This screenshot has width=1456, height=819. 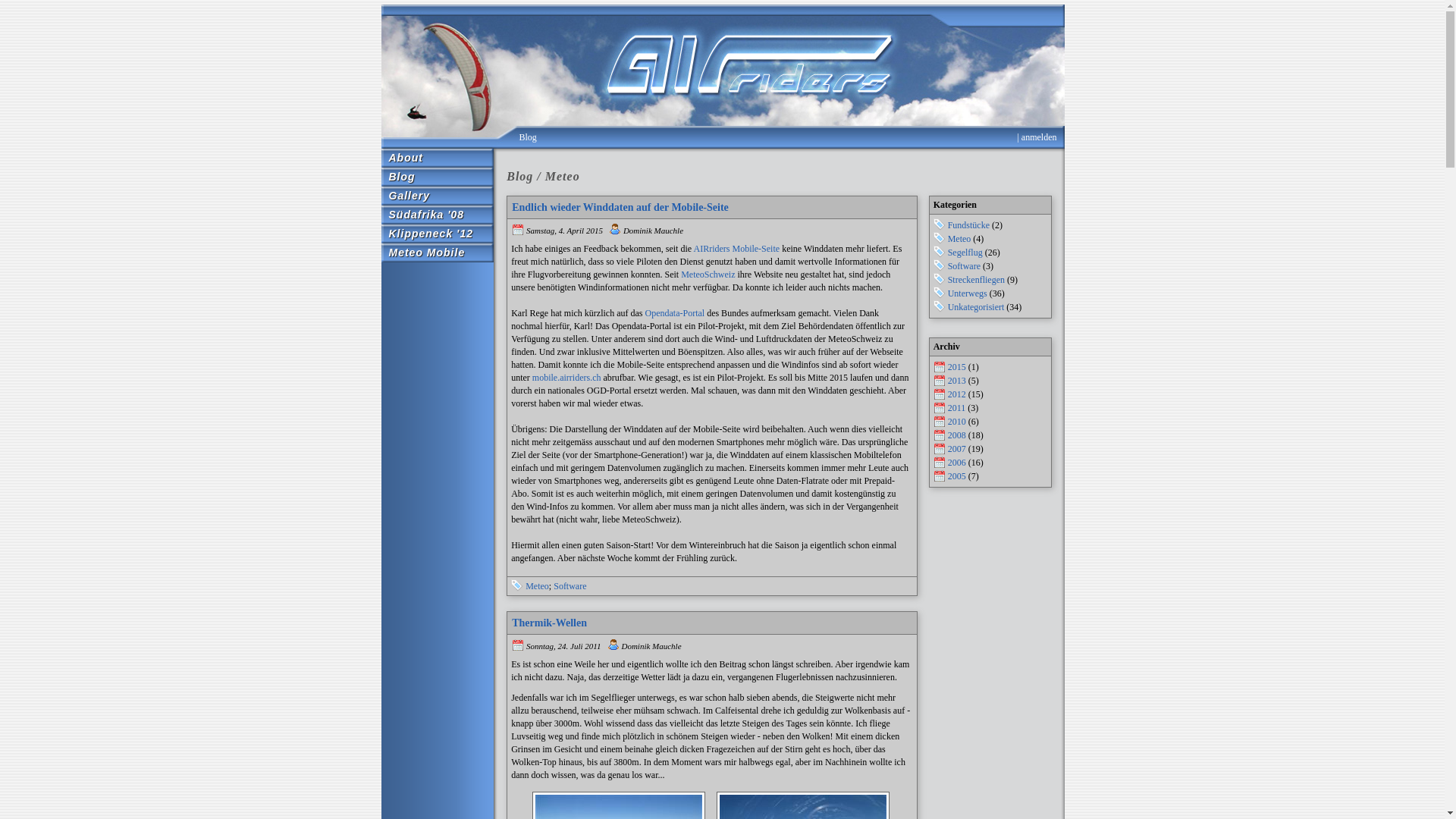 What do you see at coordinates (956, 366) in the screenshot?
I see `'2015'` at bounding box center [956, 366].